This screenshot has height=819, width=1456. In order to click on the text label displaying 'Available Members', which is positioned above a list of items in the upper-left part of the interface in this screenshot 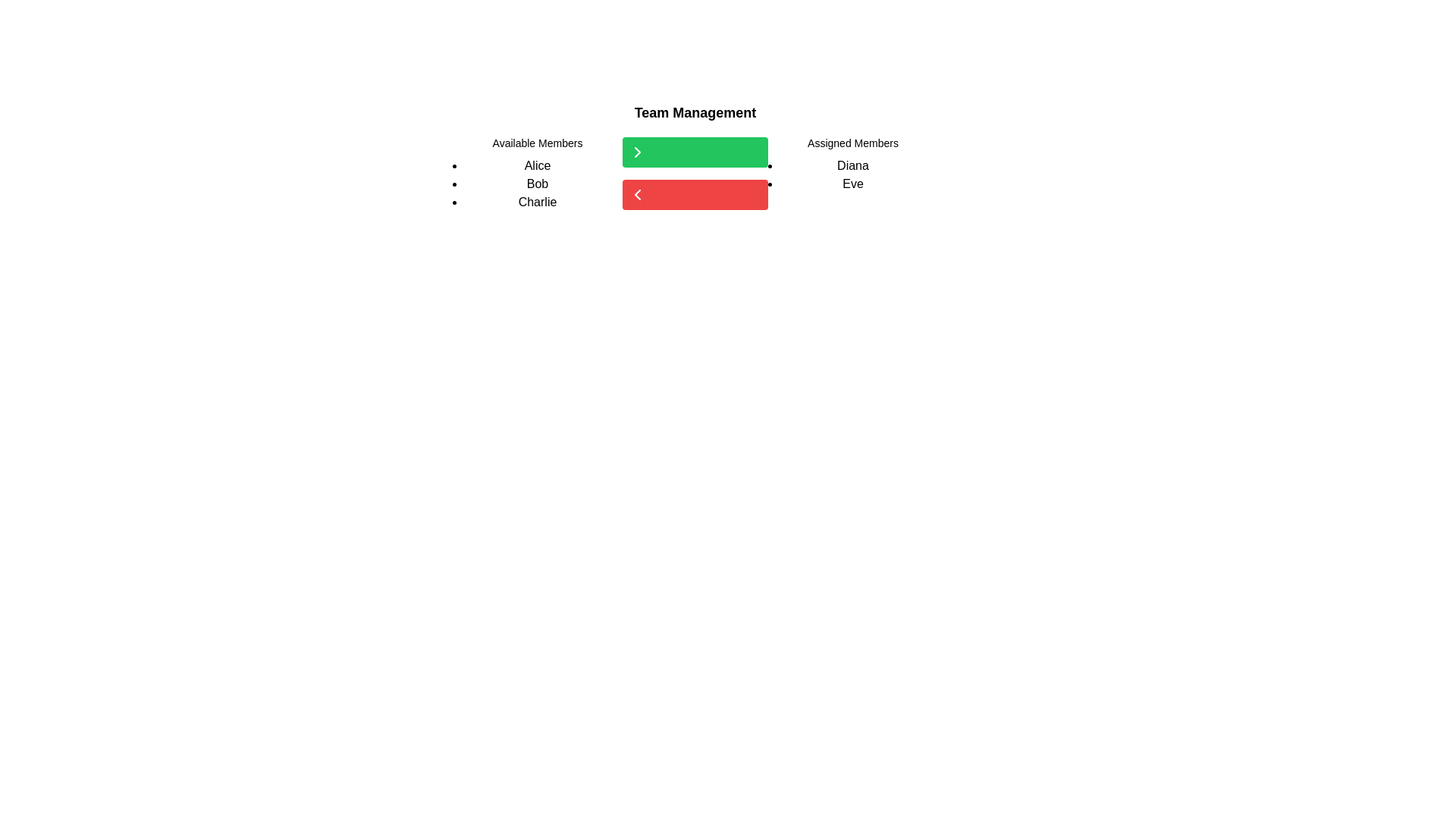, I will do `click(538, 143)`.